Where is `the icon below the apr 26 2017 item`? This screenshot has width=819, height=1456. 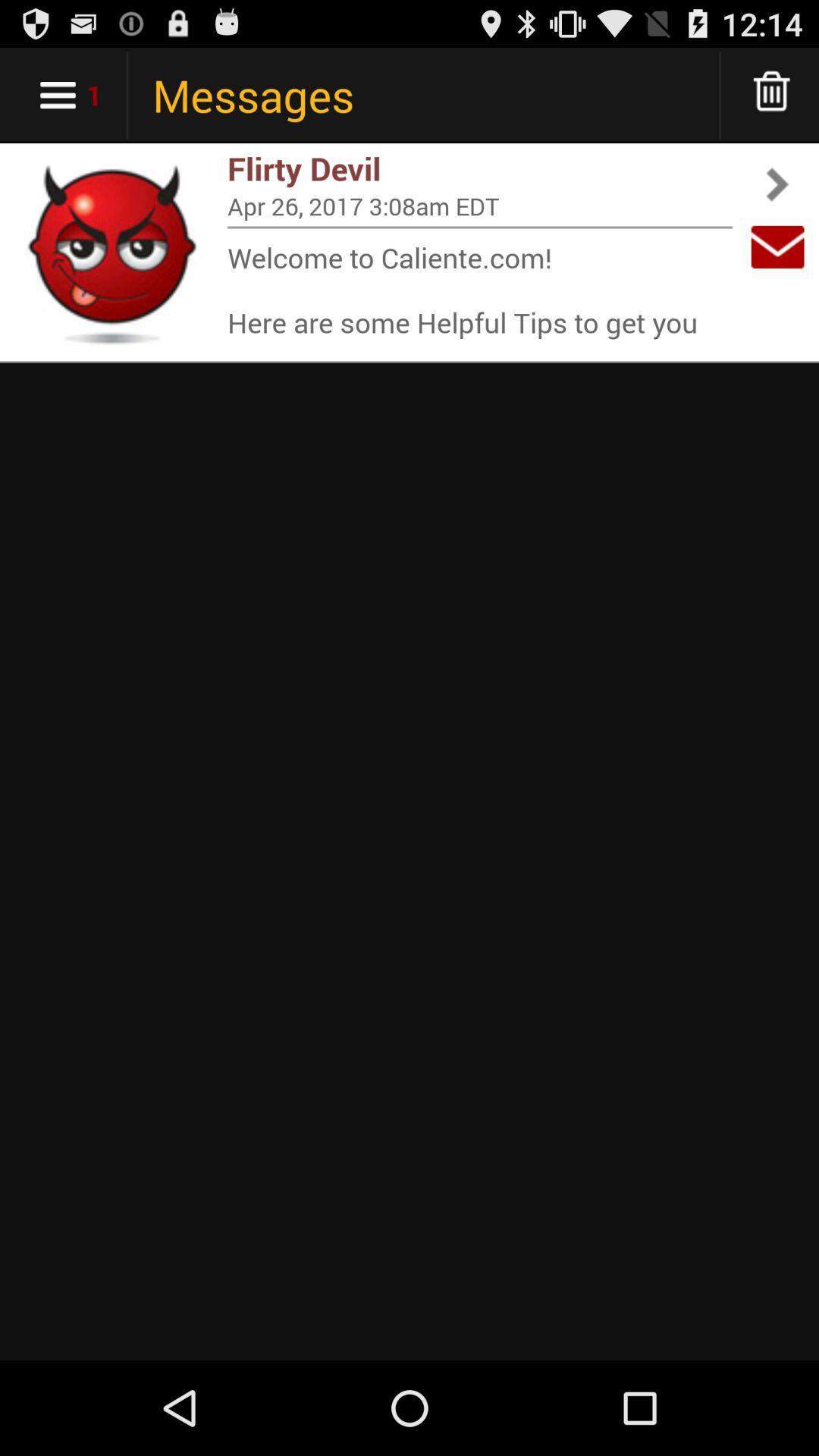 the icon below the apr 26 2017 item is located at coordinates (479, 226).